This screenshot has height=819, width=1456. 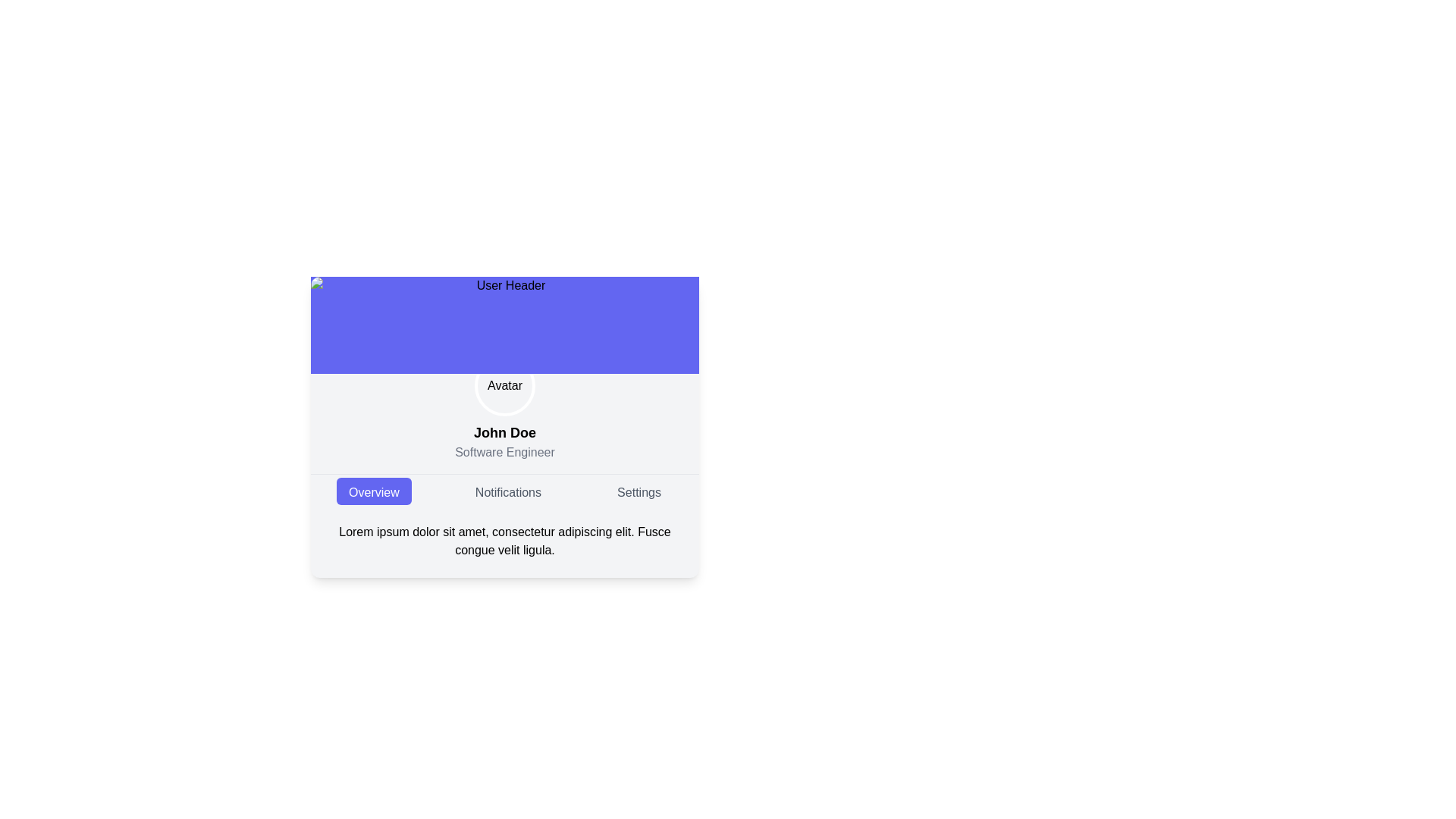 I want to click on the 'Overview' button, a rectangular tab with bold white text on a vibrant indigo background, located at the bottom-left of the card-like section, so click(x=374, y=491).